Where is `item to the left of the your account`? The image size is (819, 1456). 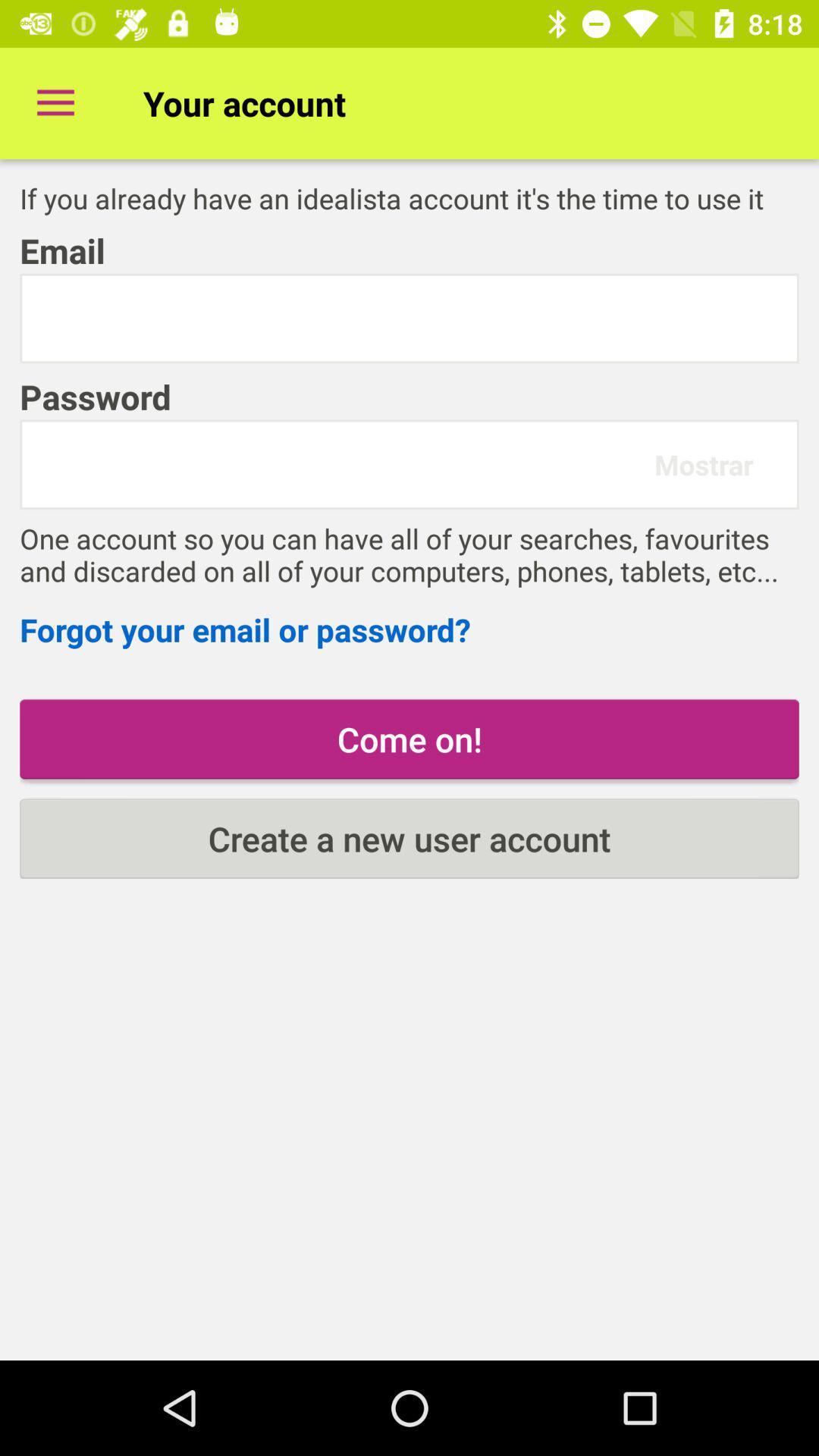 item to the left of the your account is located at coordinates (55, 102).